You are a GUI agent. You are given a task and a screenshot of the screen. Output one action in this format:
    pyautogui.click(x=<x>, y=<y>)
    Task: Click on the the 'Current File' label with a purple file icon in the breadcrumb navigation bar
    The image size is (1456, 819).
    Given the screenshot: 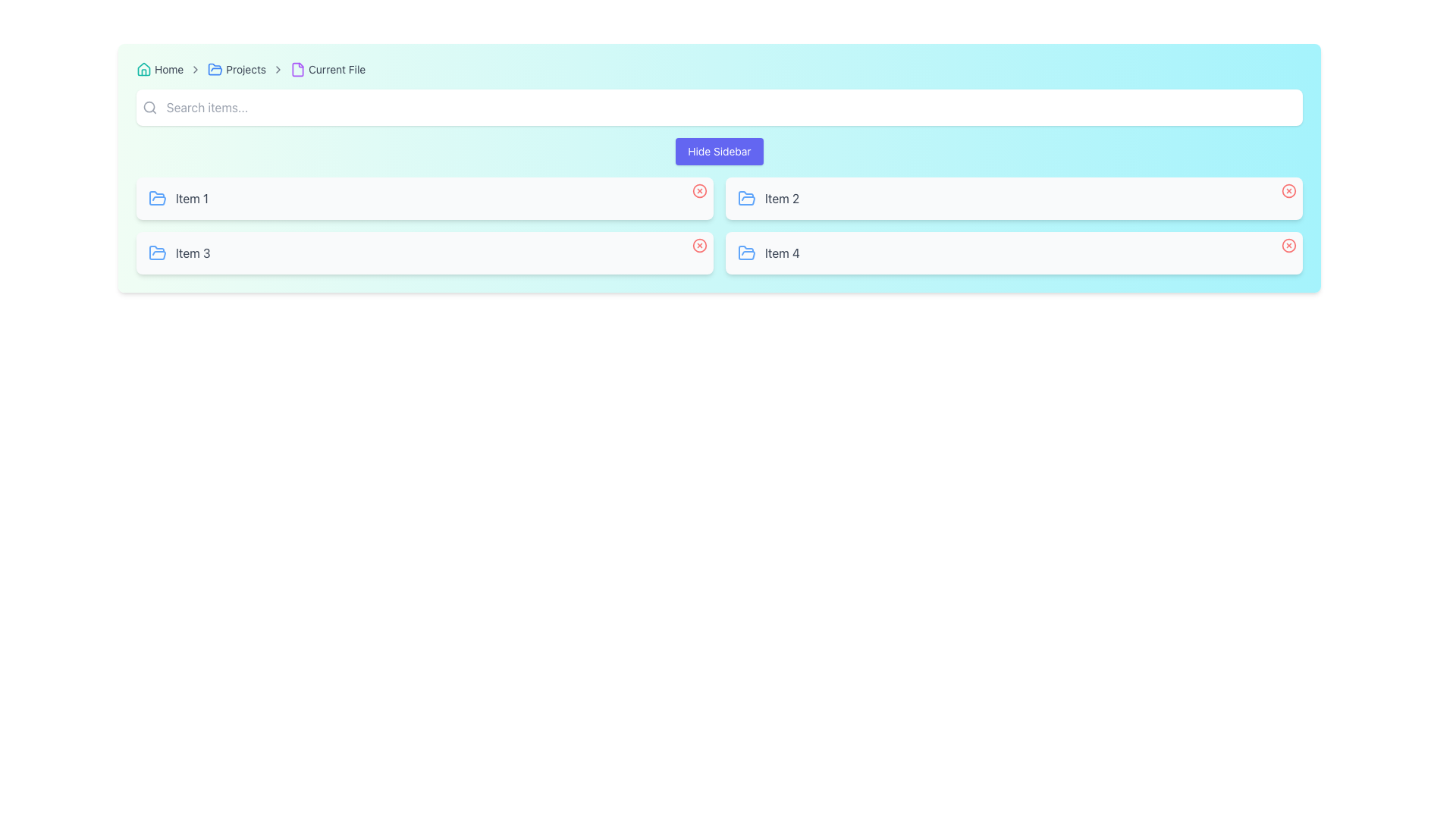 What is the action you would take?
    pyautogui.click(x=327, y=70)
    